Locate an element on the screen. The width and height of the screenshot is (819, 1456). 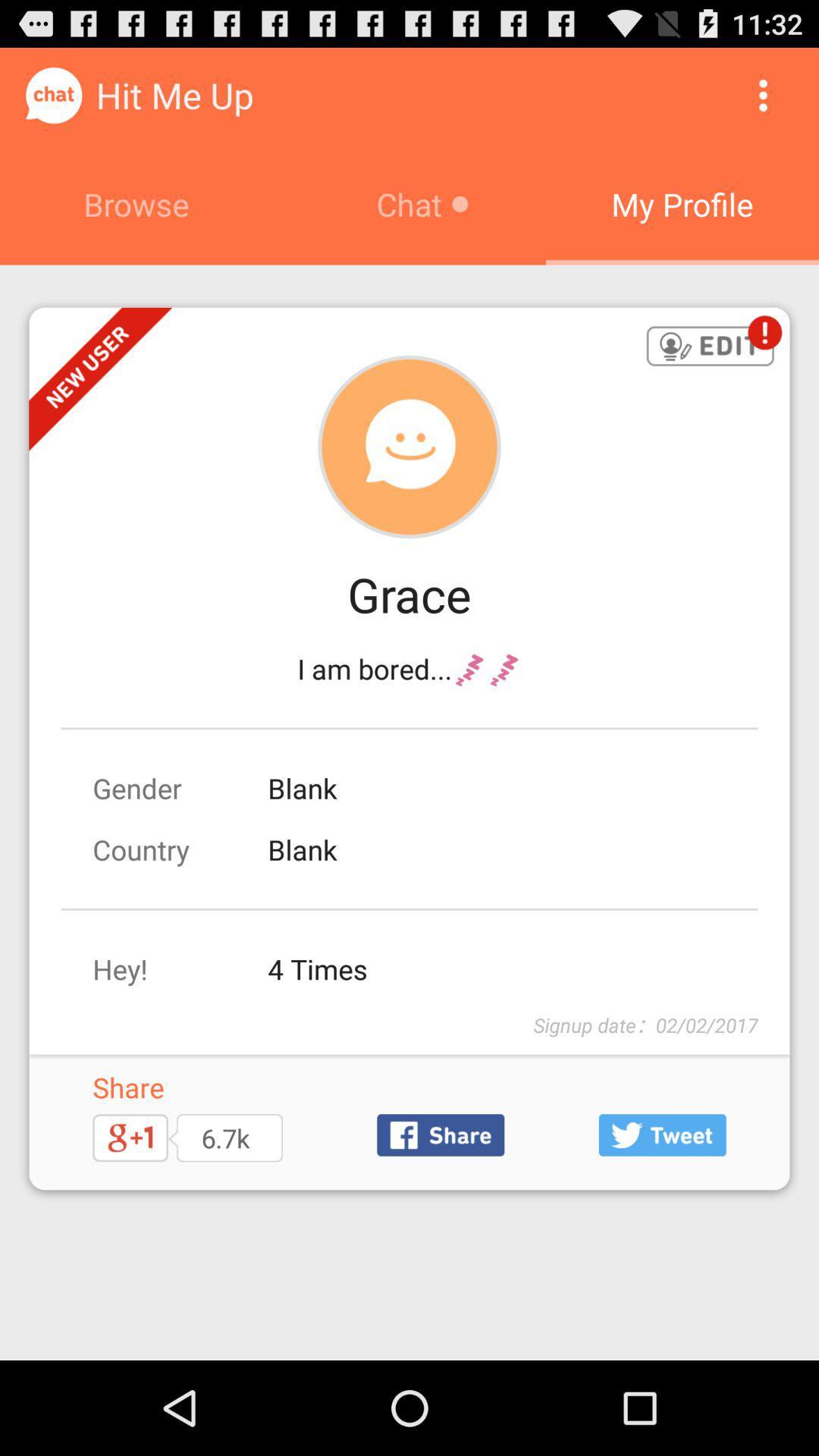
icon to the left of chat is located at coordinates (136, 203).